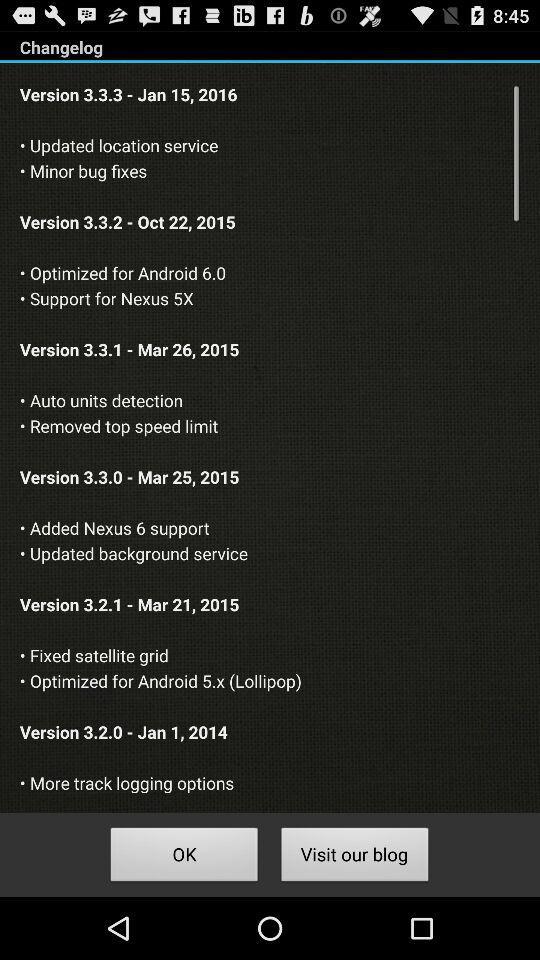  Describe the element at coordinates (354, 856) in the screenshot. I see `button next to the ok icon` at that location.